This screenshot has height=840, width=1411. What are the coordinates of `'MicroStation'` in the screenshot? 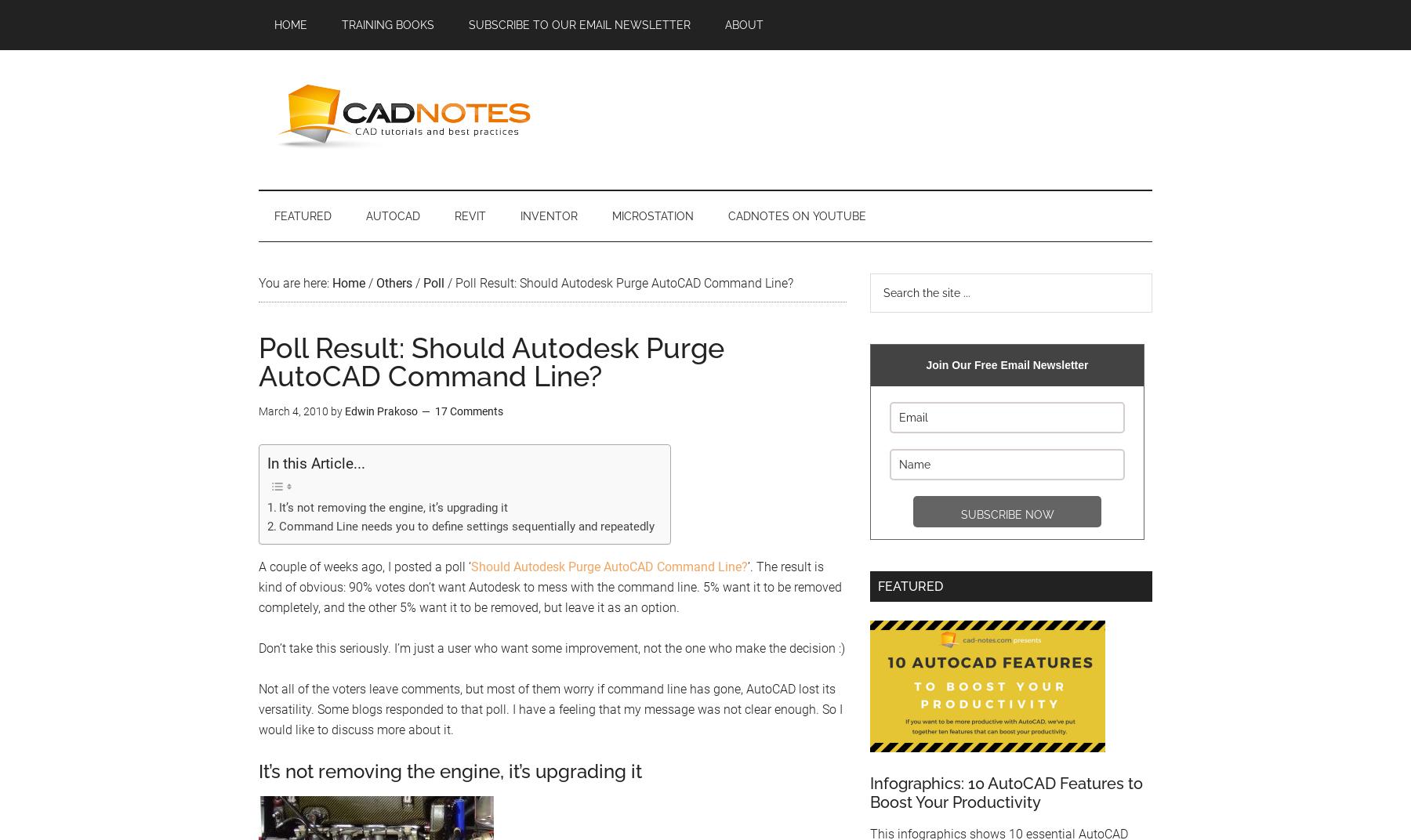 It's located at (653, 215).